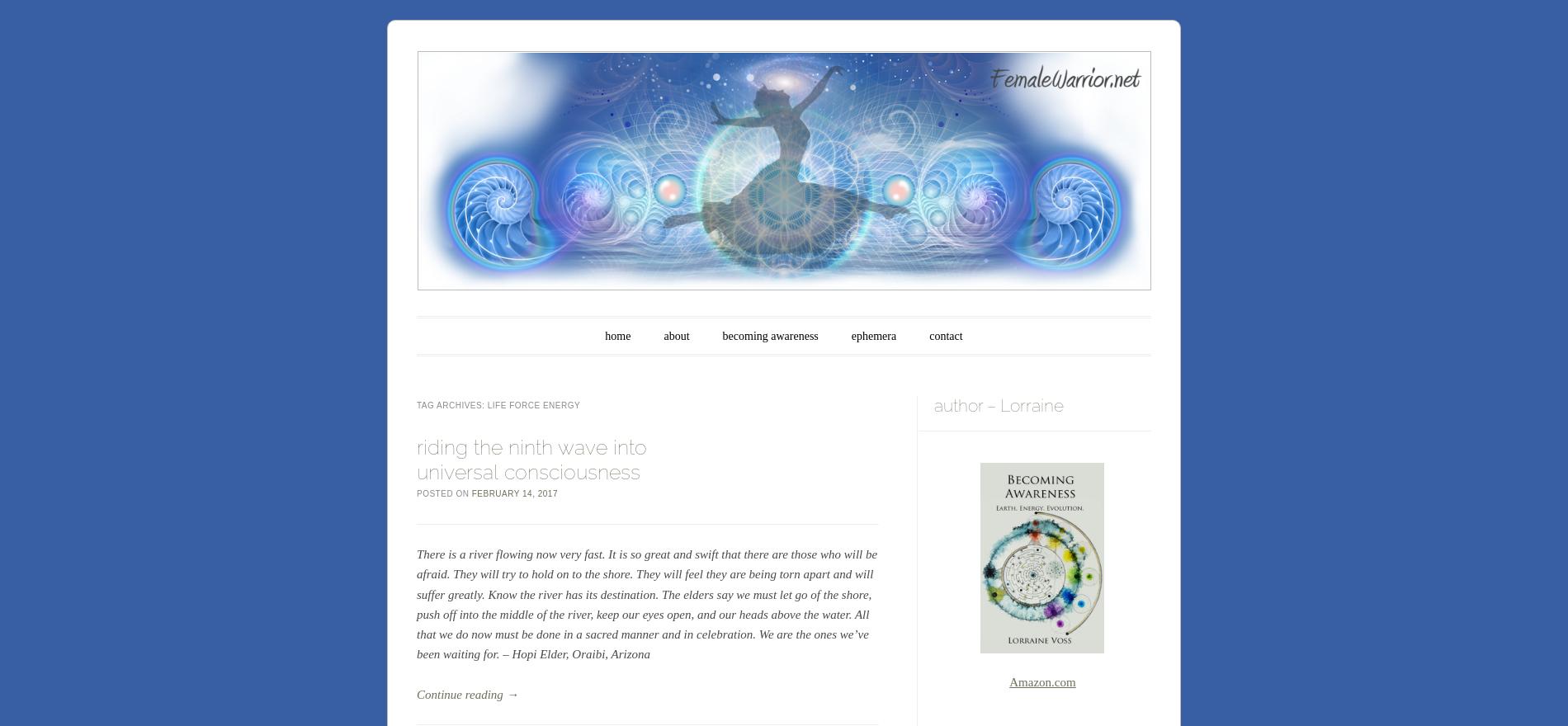 The width and height of the screenshot is (1568, 726). I want to click on 'February 14, 2017', so click(470, 492).